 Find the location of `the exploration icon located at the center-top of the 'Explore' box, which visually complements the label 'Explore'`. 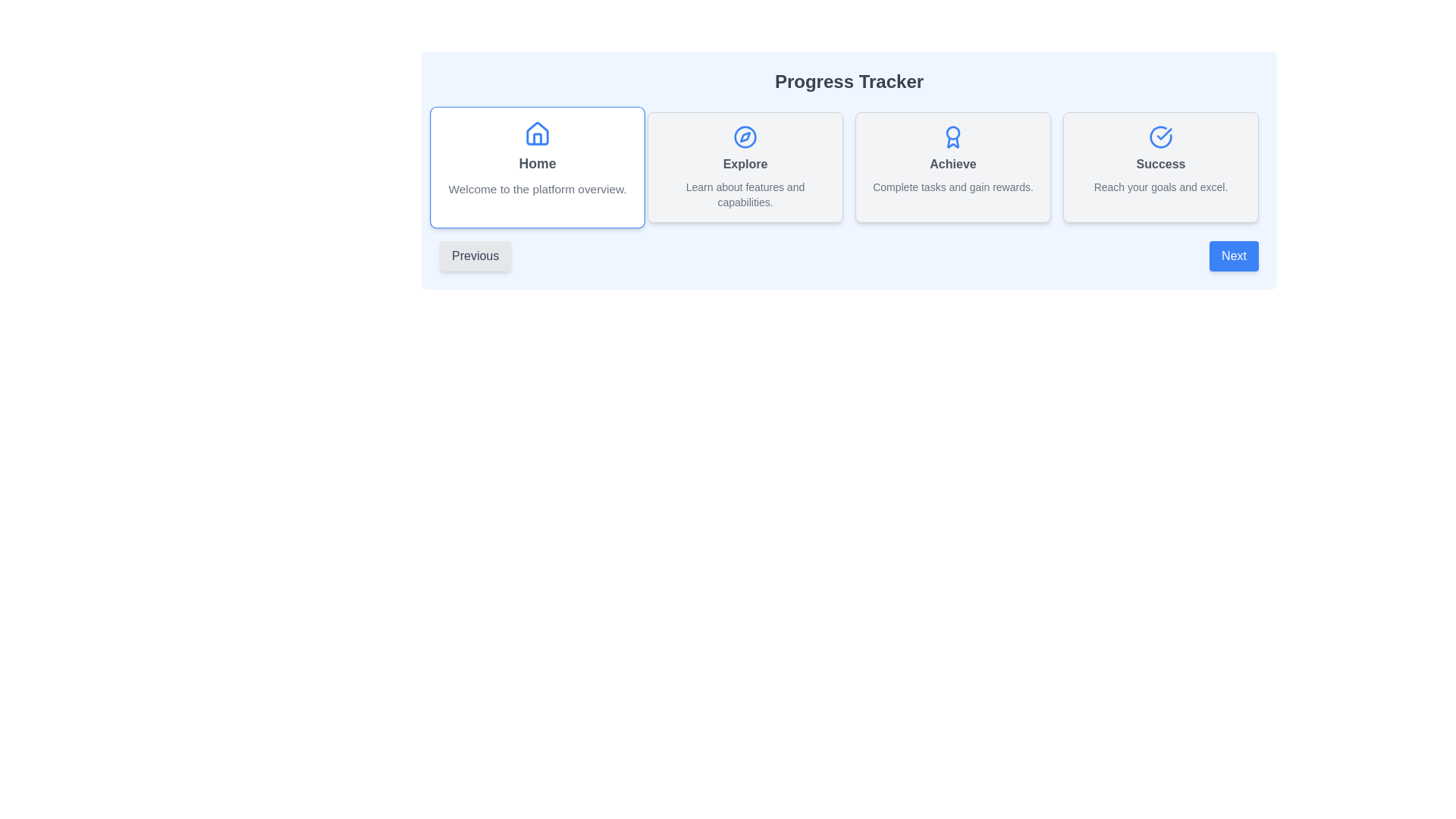

the exploration icon located at the center-top of the 'Explore' box, which visually complements the label 'Explore' is located at coordinates (745, 137).